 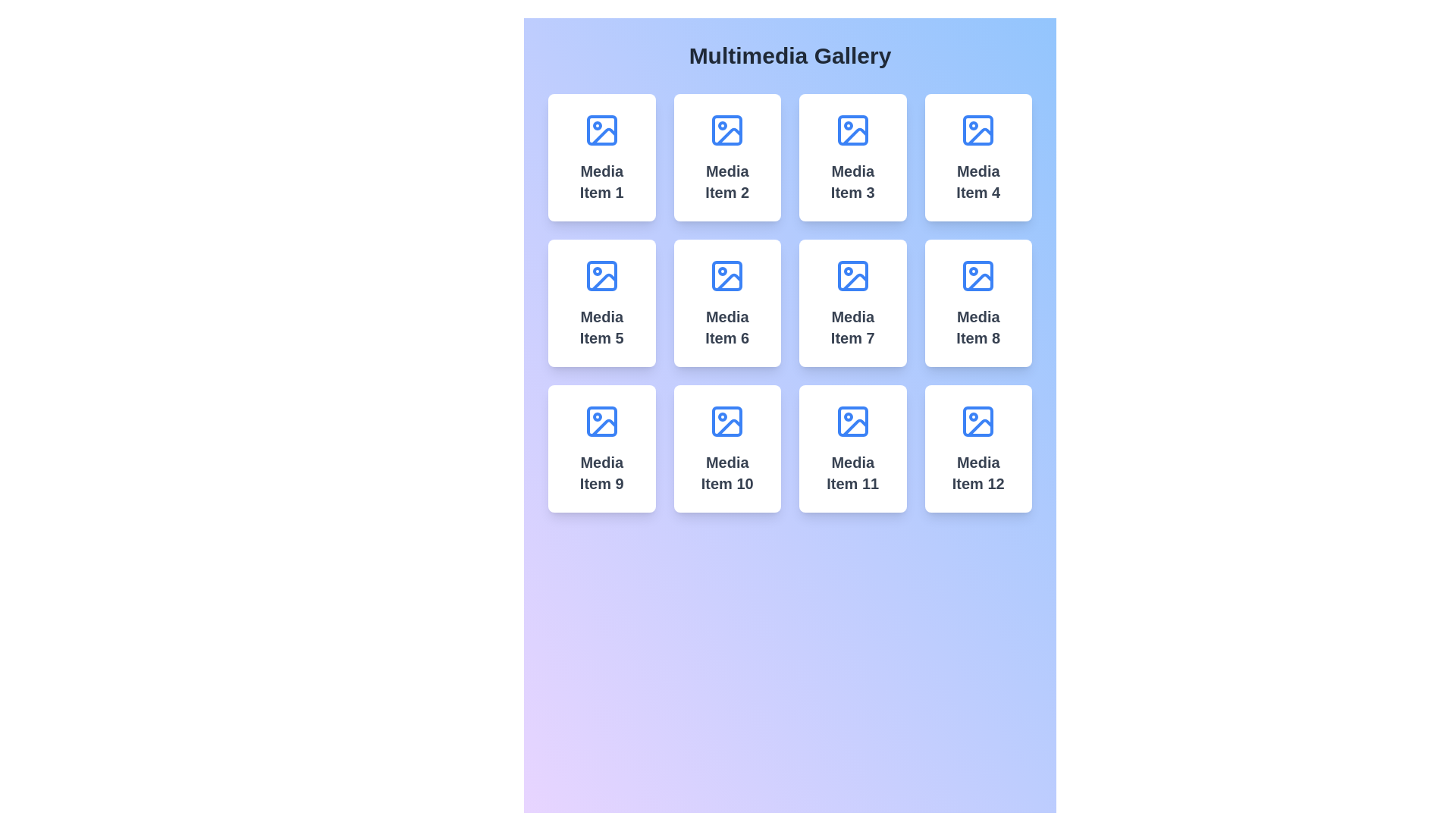 I want to click on the third card labeled 'Media Item 3' with a blue icon at the top center to interact with it, so click(x=852, y=158).